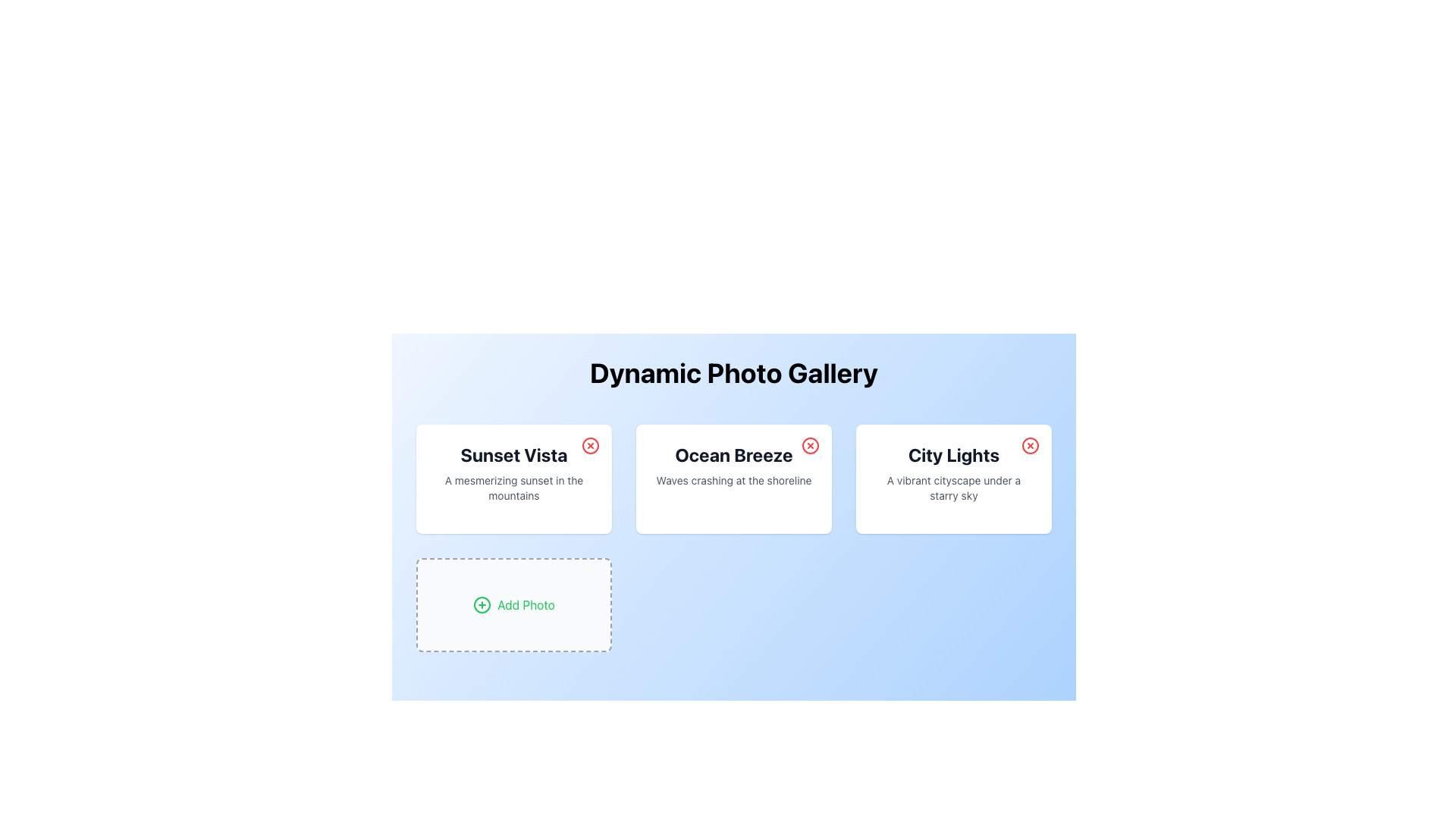 The height and width of the screenshot is (819, 1456). What do you see at coordinates (513, 488) in the screenshot?
I see `descriptive text located below the title 'Sunset Vista' in the leftmost content card of the gallery layout` at bounding box center [513, 488].